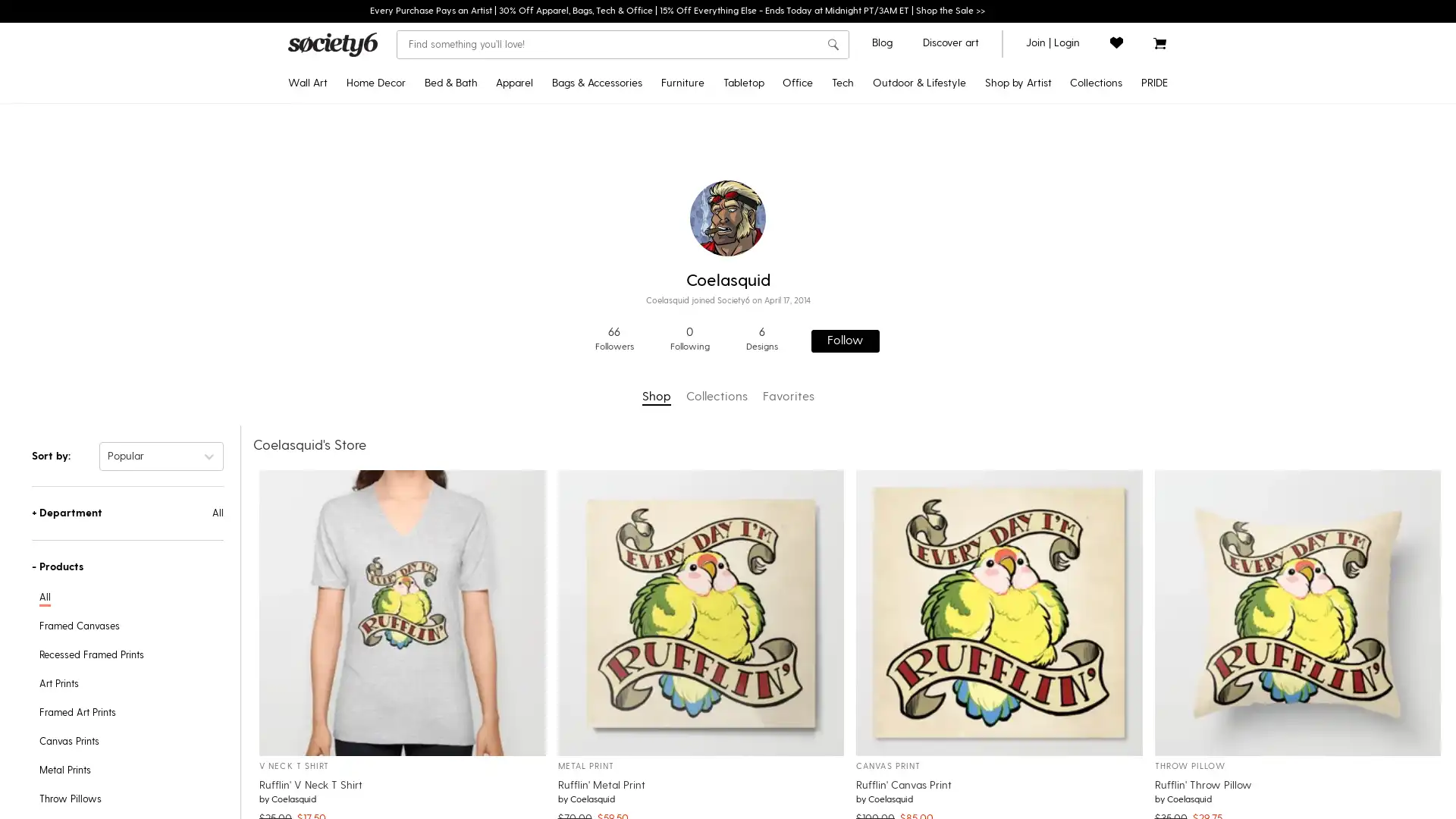 This screenshot has width=1456, height=819. I want to click on Android Wallet Cases, so click(896, 194).